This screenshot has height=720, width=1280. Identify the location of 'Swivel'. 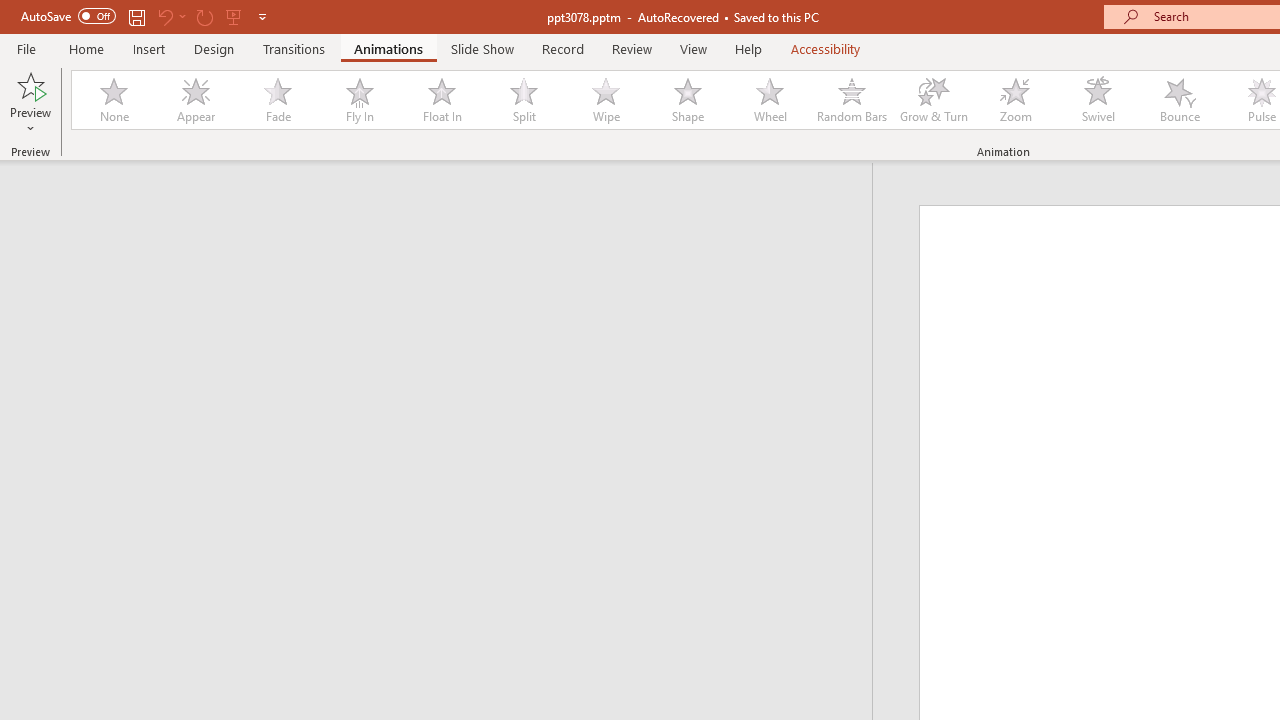
(1097, 100).